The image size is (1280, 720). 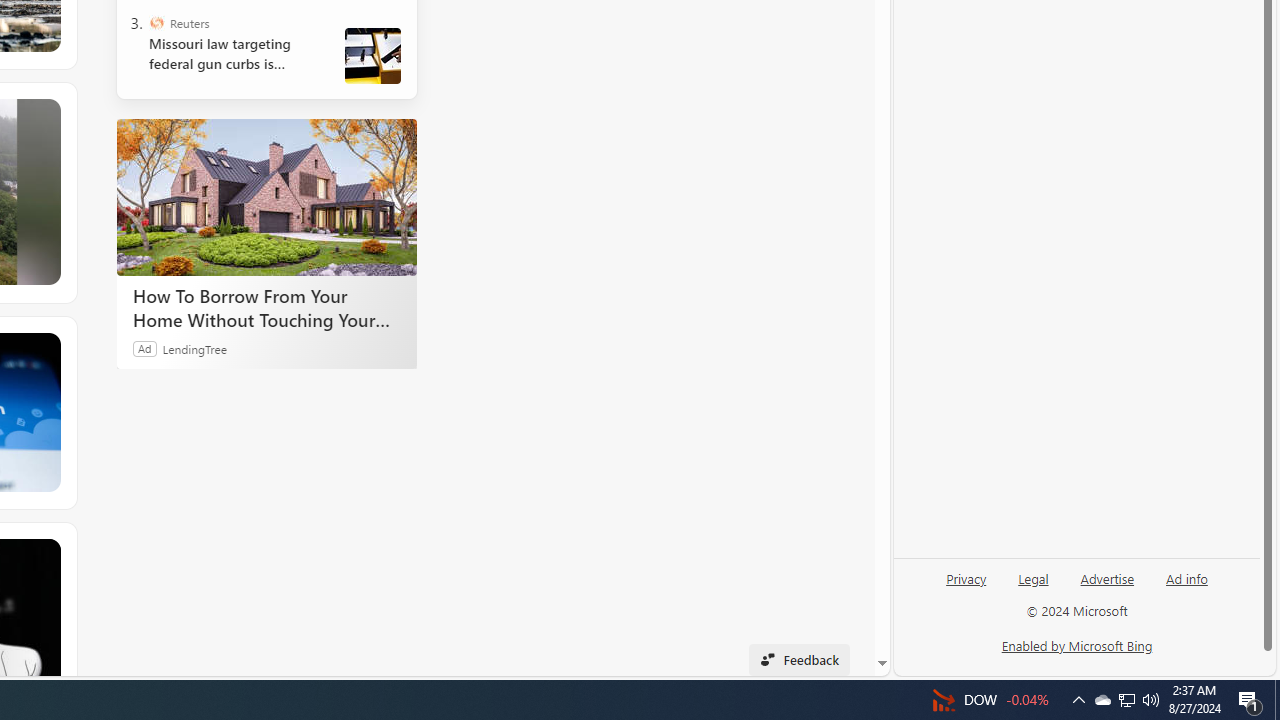 What do you see at coordinates (967, 585) in the screenshot?
I see `'Privacy'` at bounding box center [967, 585].